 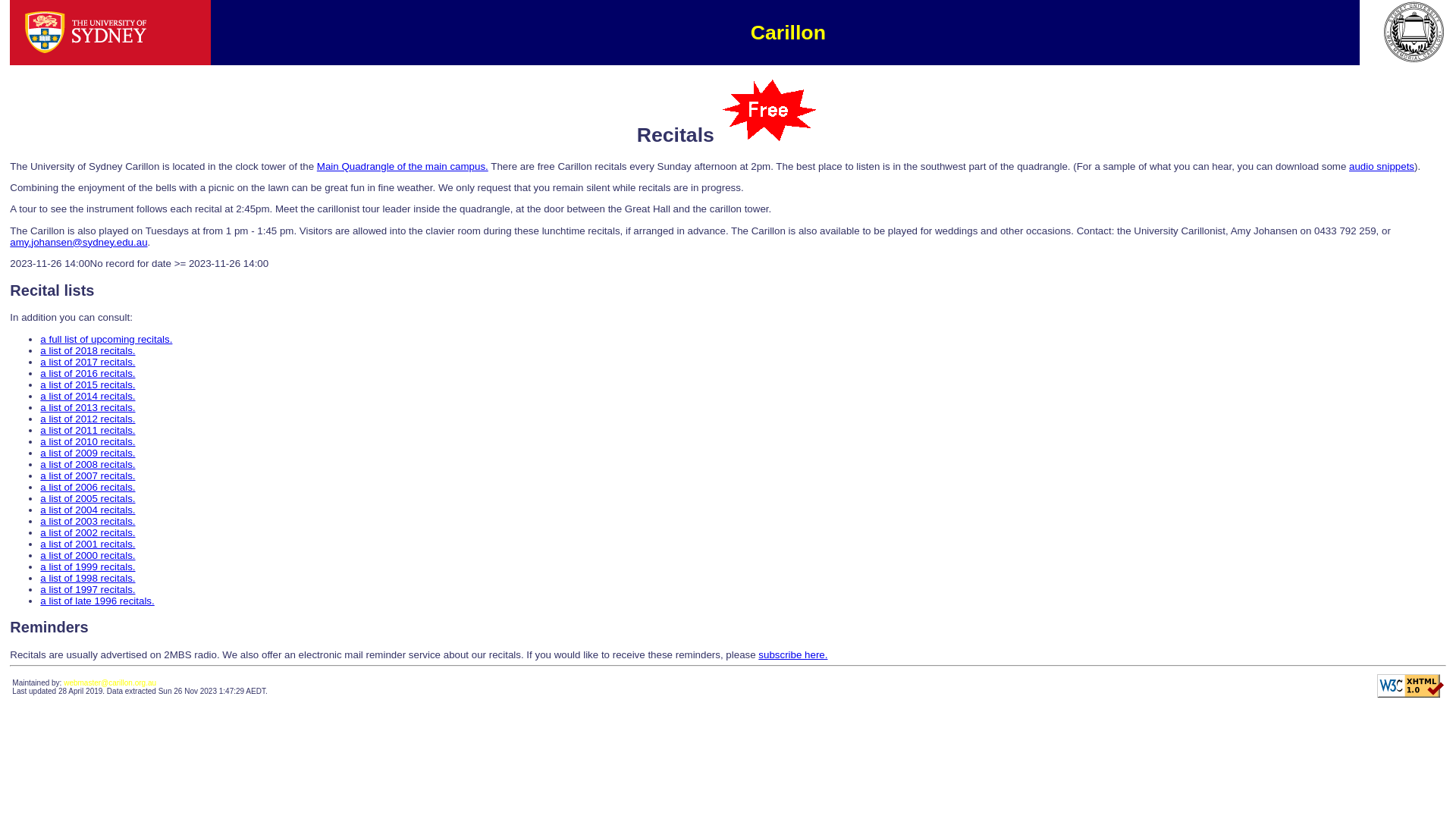 I want to click on 'amy.johansen@sydney.edu.au', so click(x=77, y=241).